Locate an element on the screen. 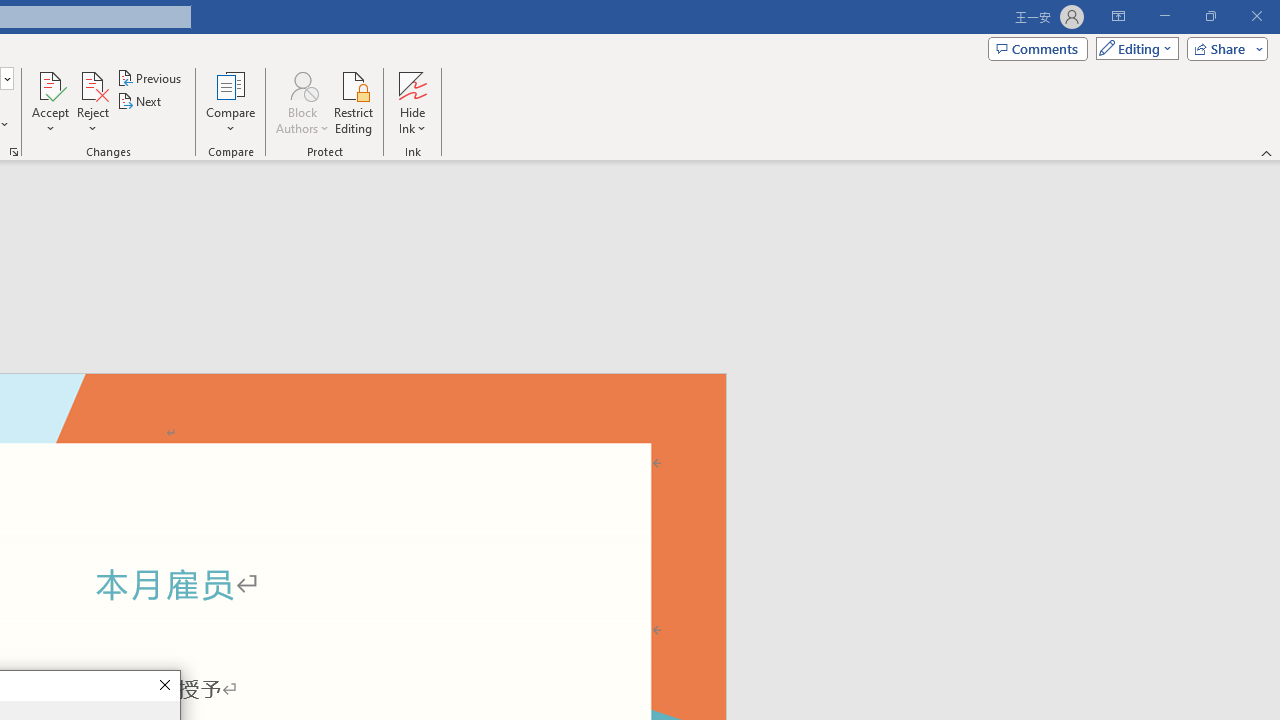  'Block Authors' is located at coordinates (301, 103).